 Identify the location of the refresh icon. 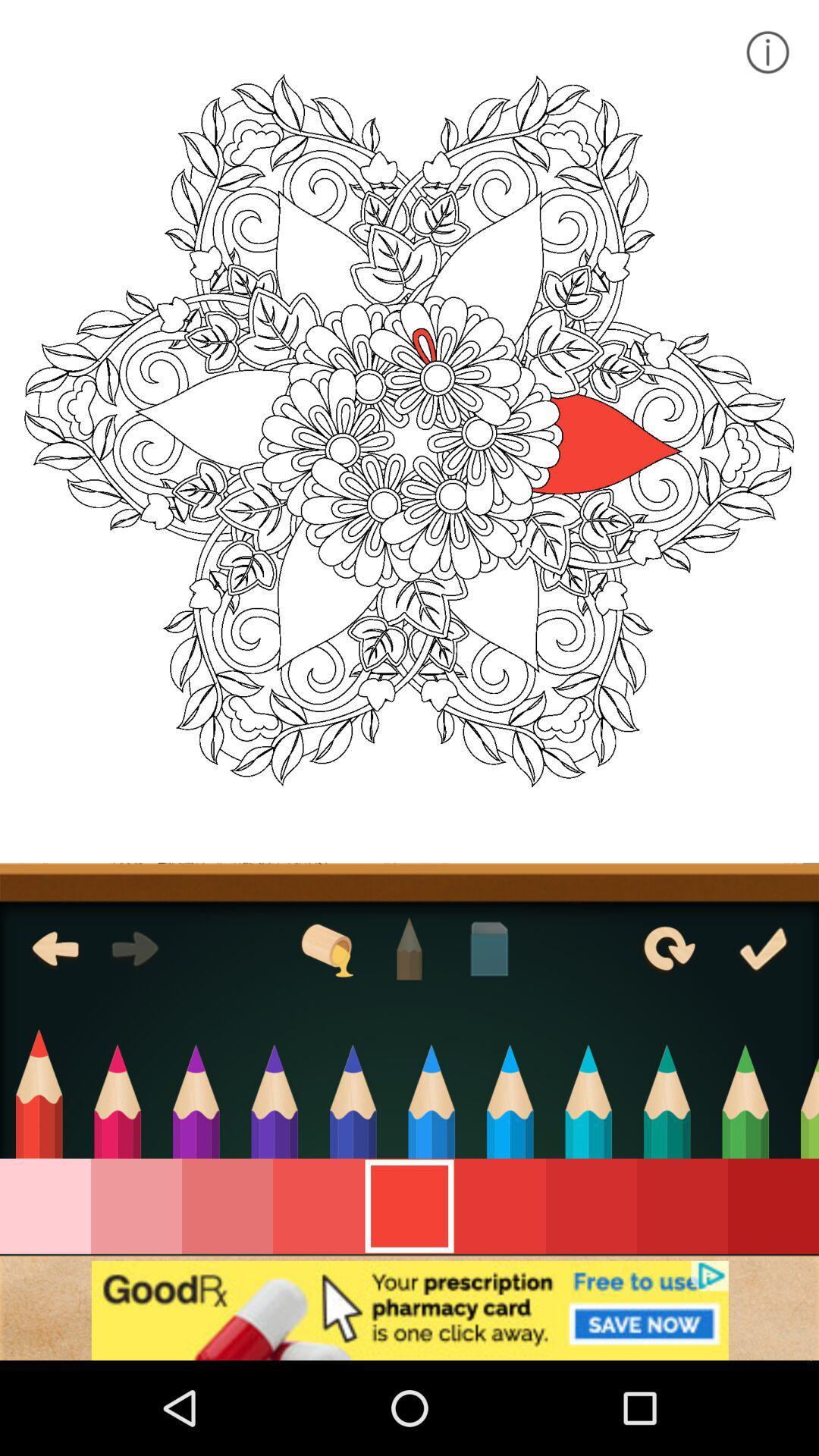
(667, 948).